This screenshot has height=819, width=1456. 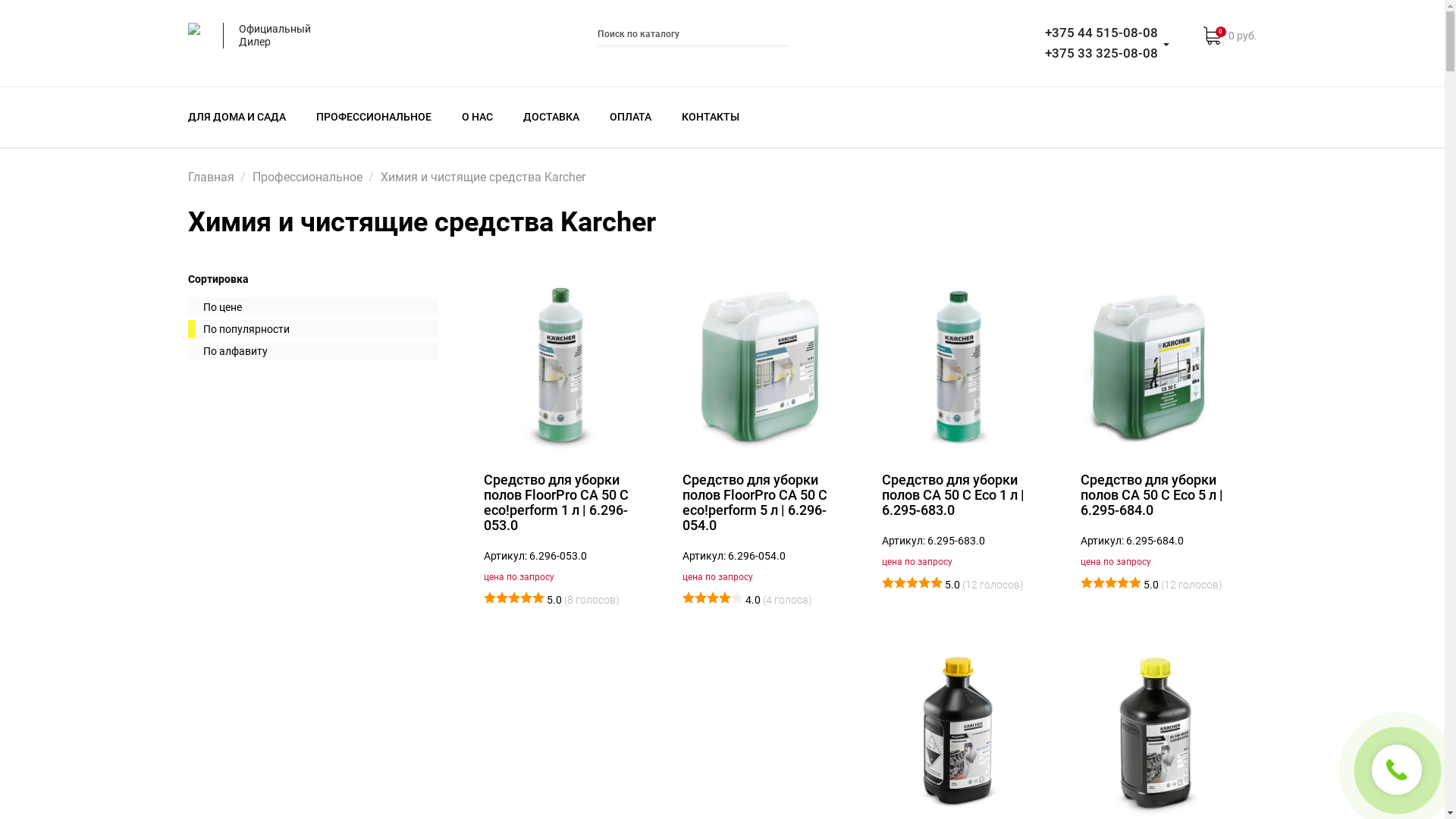 What do you see at coordinates (1101, 42) in the screenshot?
I see `'+375 44 515-08-08` at bounding box center [1101, 42].